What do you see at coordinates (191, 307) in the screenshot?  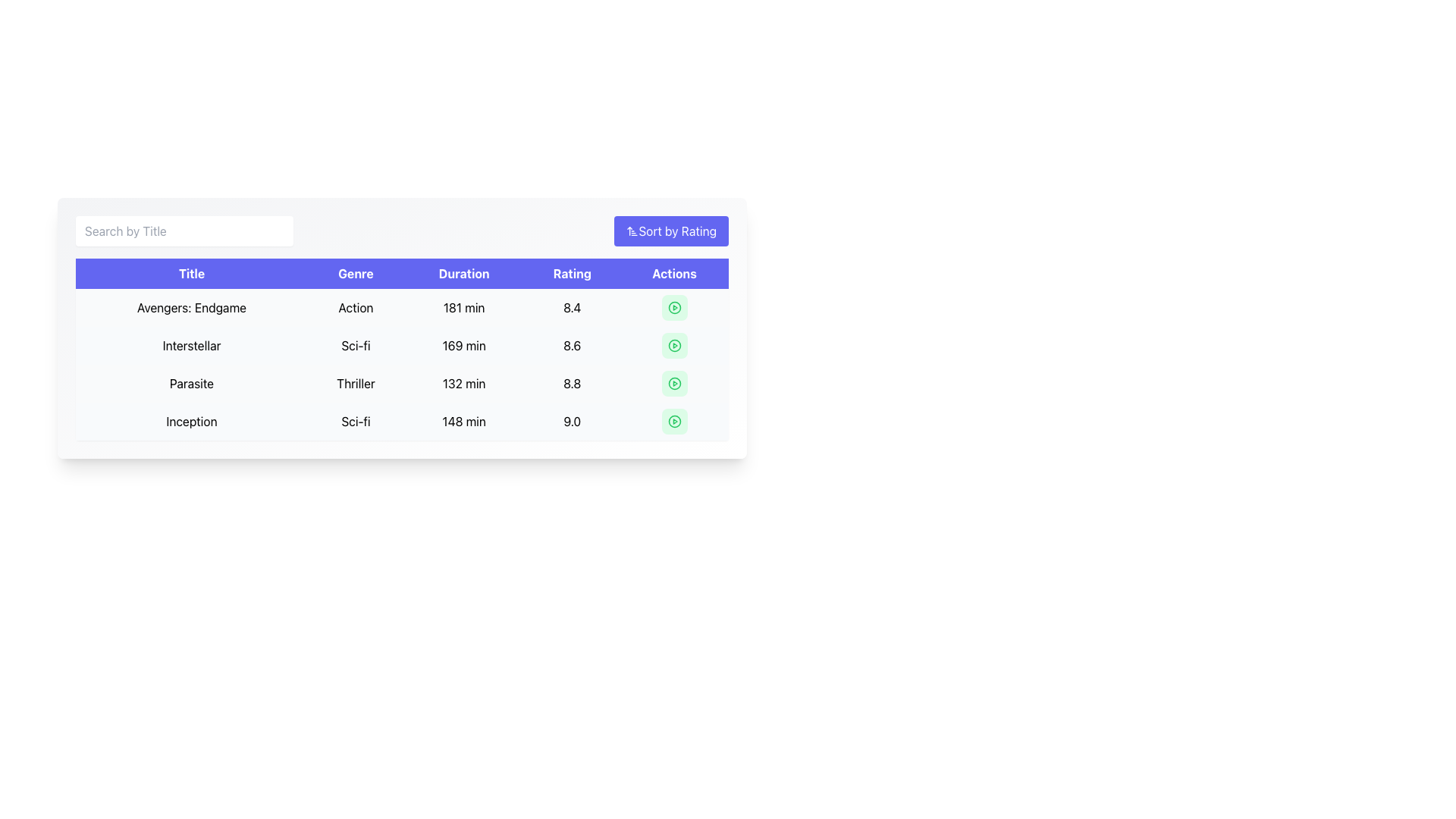 I see `the text label that displays the title 'Avengers: Endgame' in the first row of the table under the 'Title' column` at bounding box center [191, 307].